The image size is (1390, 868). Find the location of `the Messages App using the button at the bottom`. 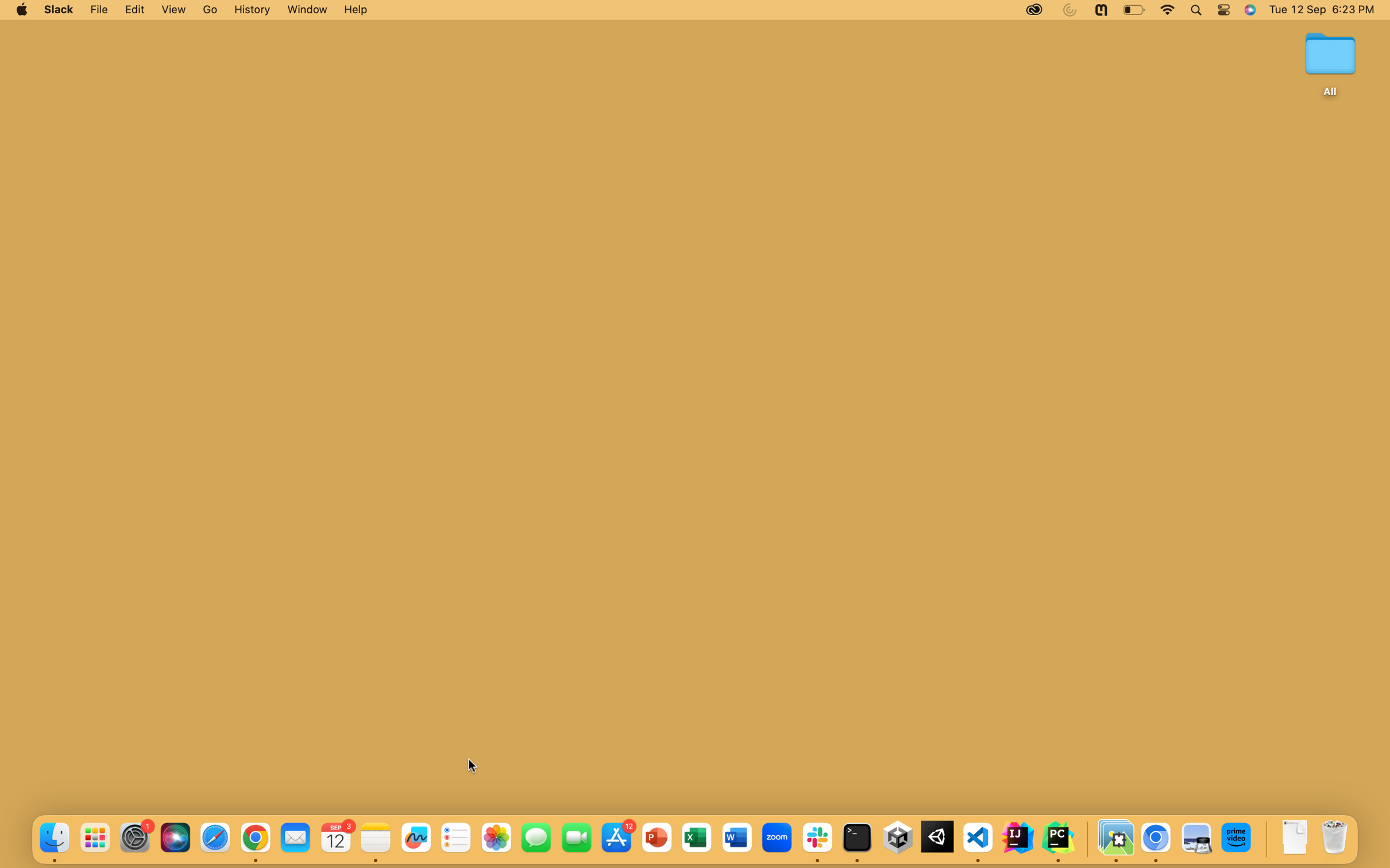

the Messages App using the button at the bottom is located at coordinates (535, 837).